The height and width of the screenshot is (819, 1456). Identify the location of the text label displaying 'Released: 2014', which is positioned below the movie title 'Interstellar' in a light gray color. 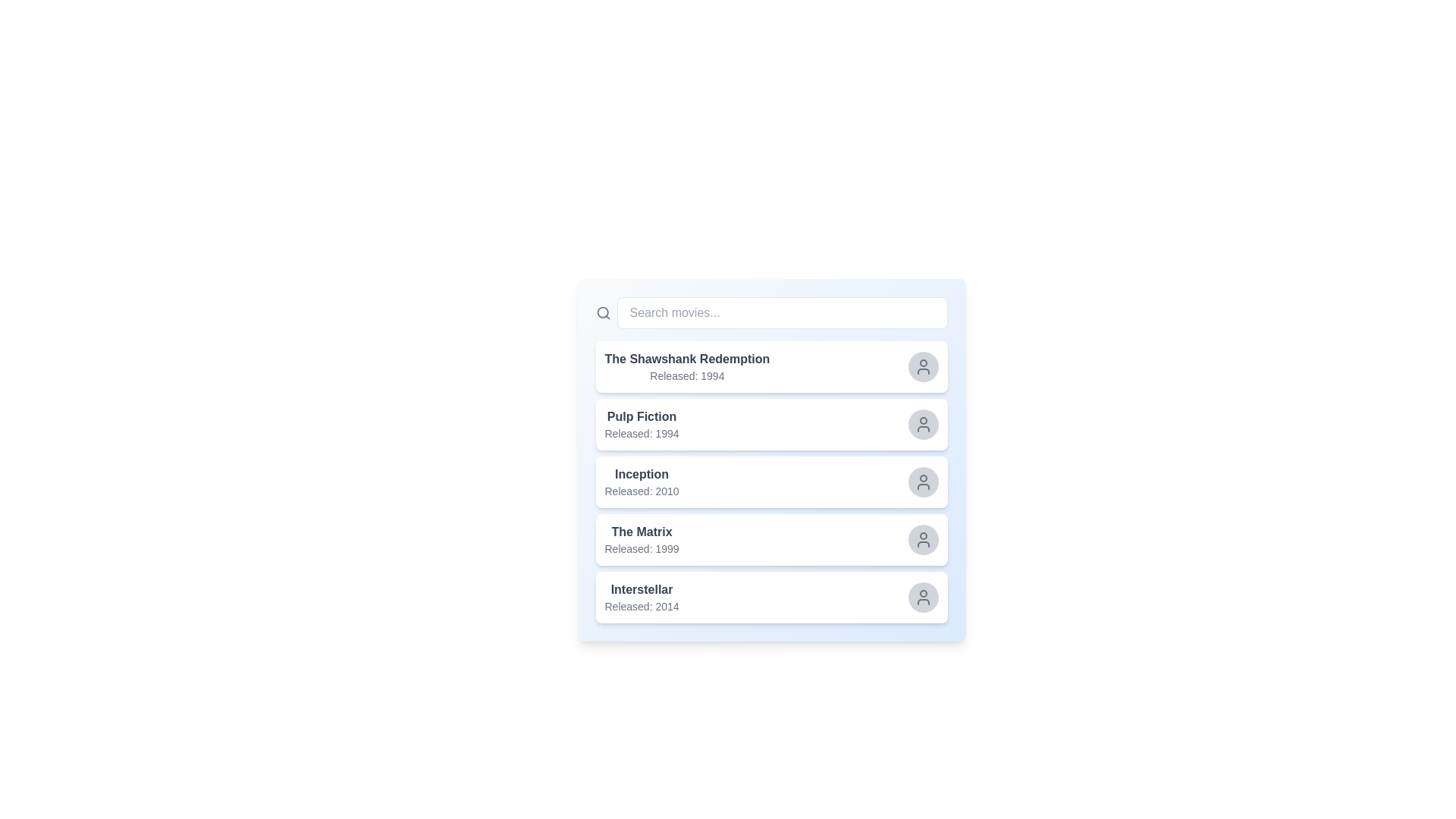
(642, 605).